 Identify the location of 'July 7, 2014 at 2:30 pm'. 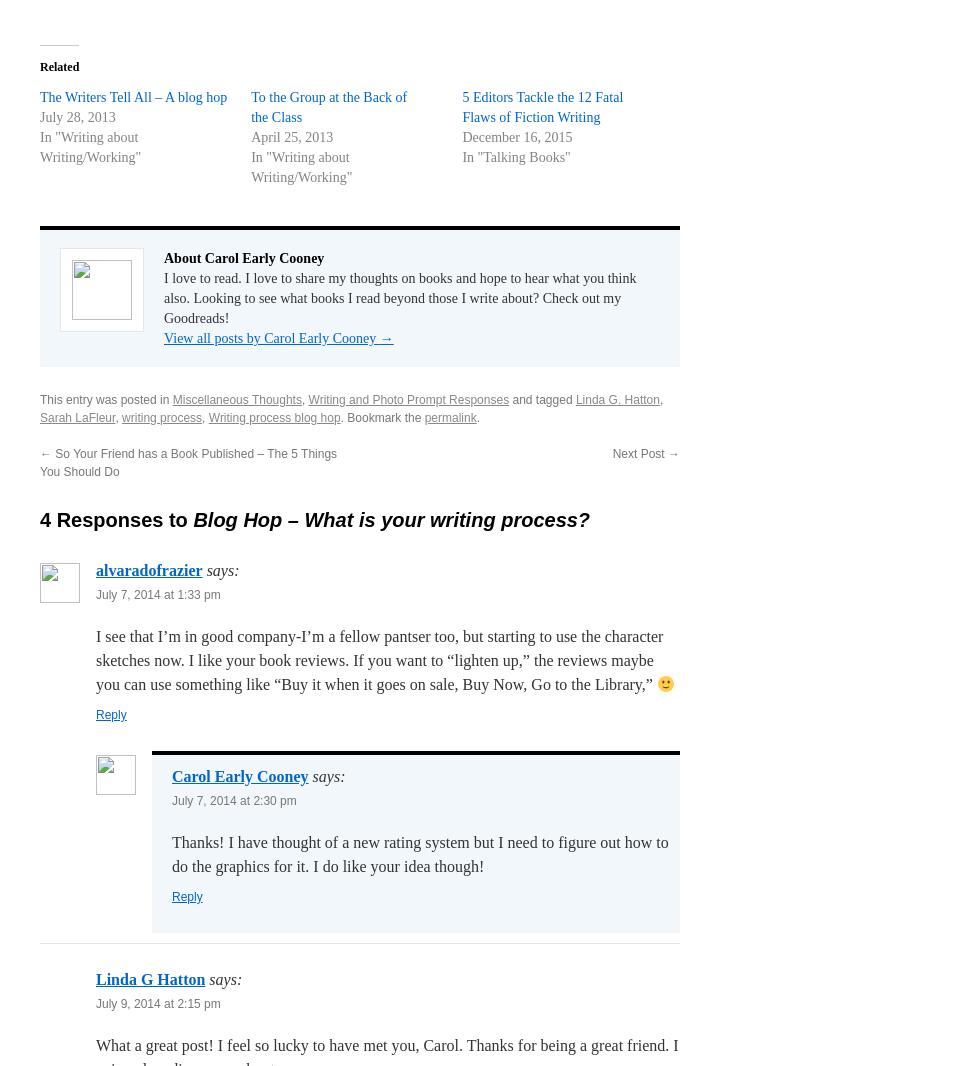
(234, 800).